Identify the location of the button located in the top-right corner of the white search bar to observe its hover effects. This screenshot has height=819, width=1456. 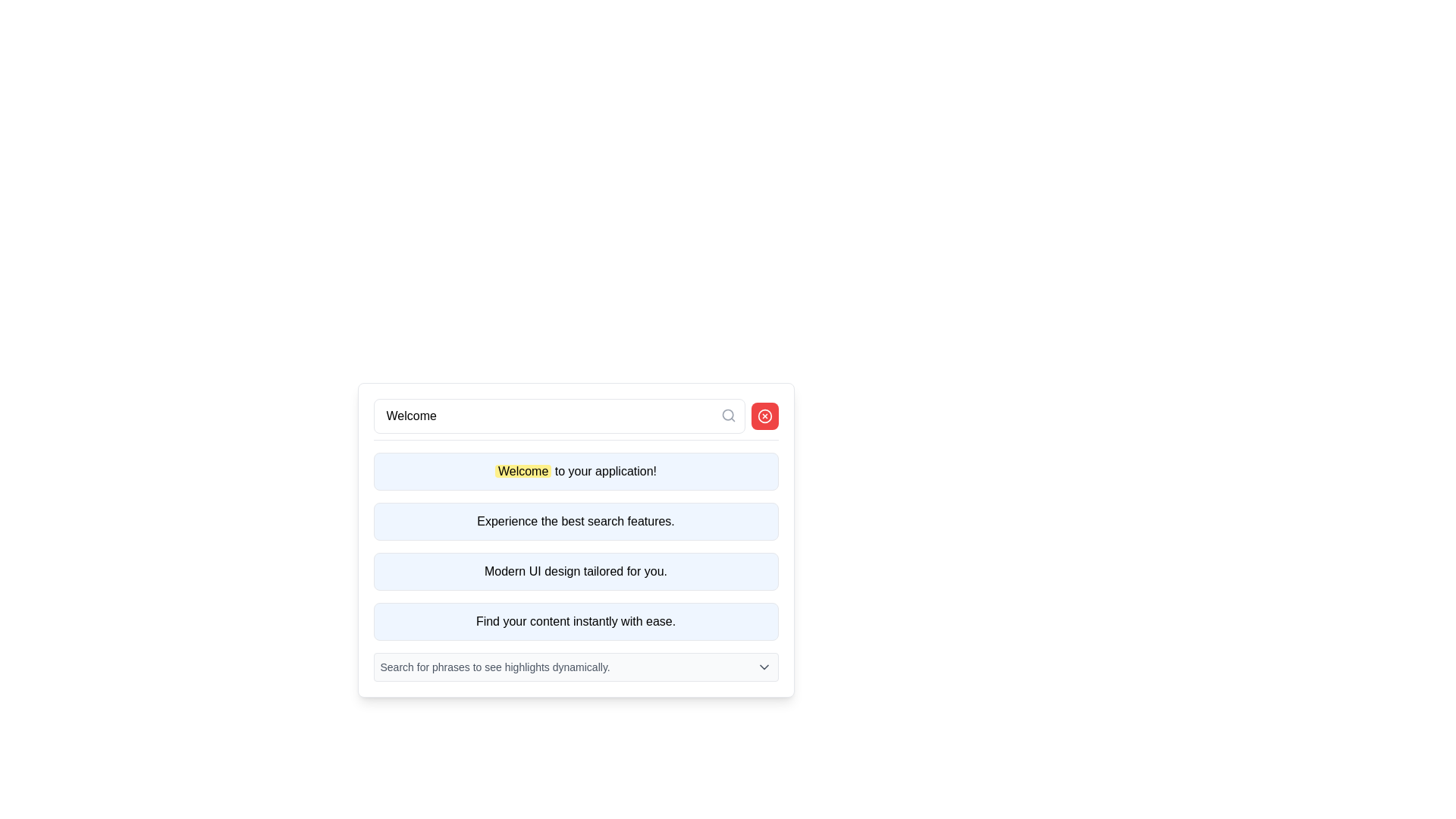
(764, 416).